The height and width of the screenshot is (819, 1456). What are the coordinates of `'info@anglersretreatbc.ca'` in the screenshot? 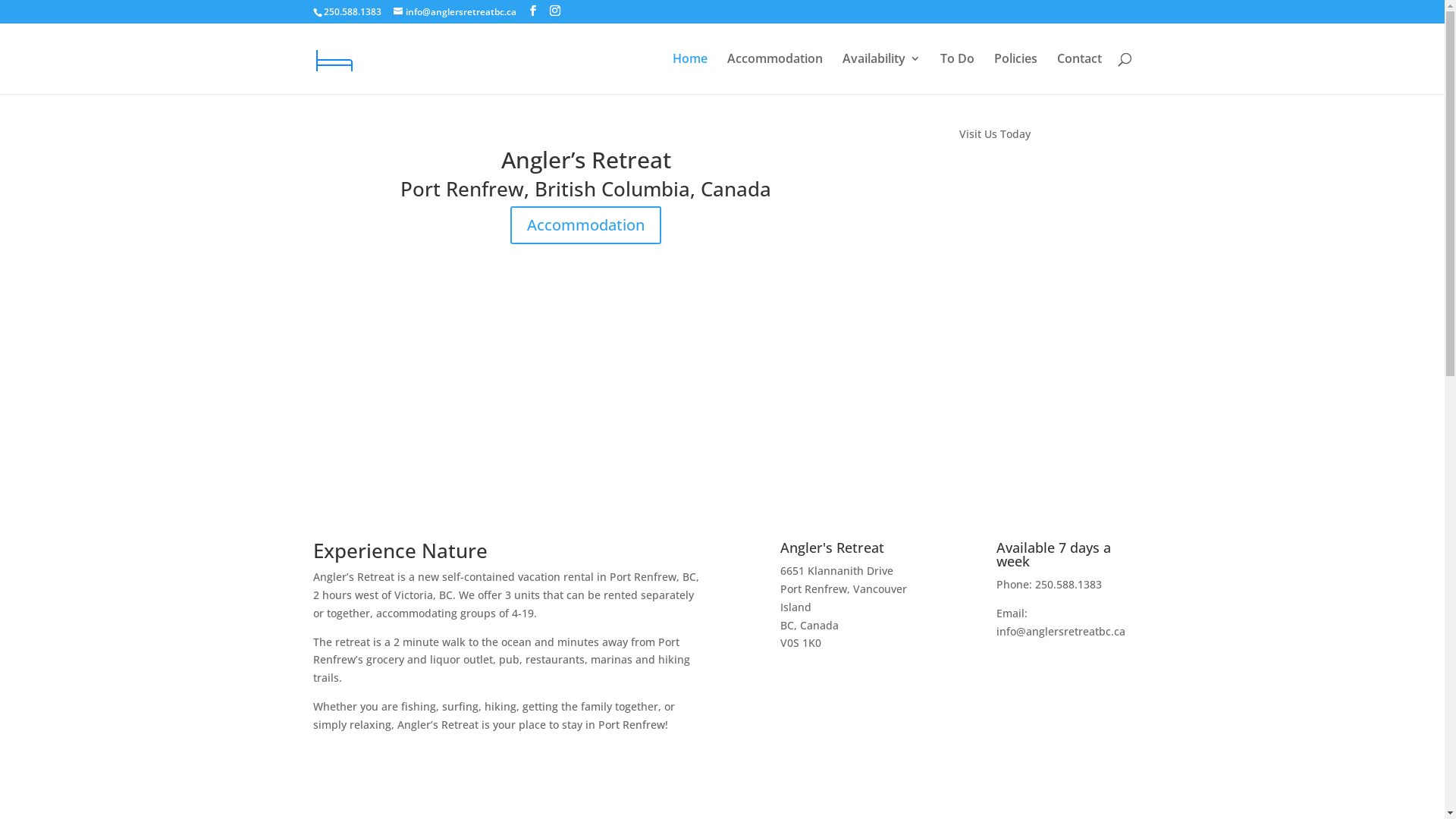 It's located at (453, 11).